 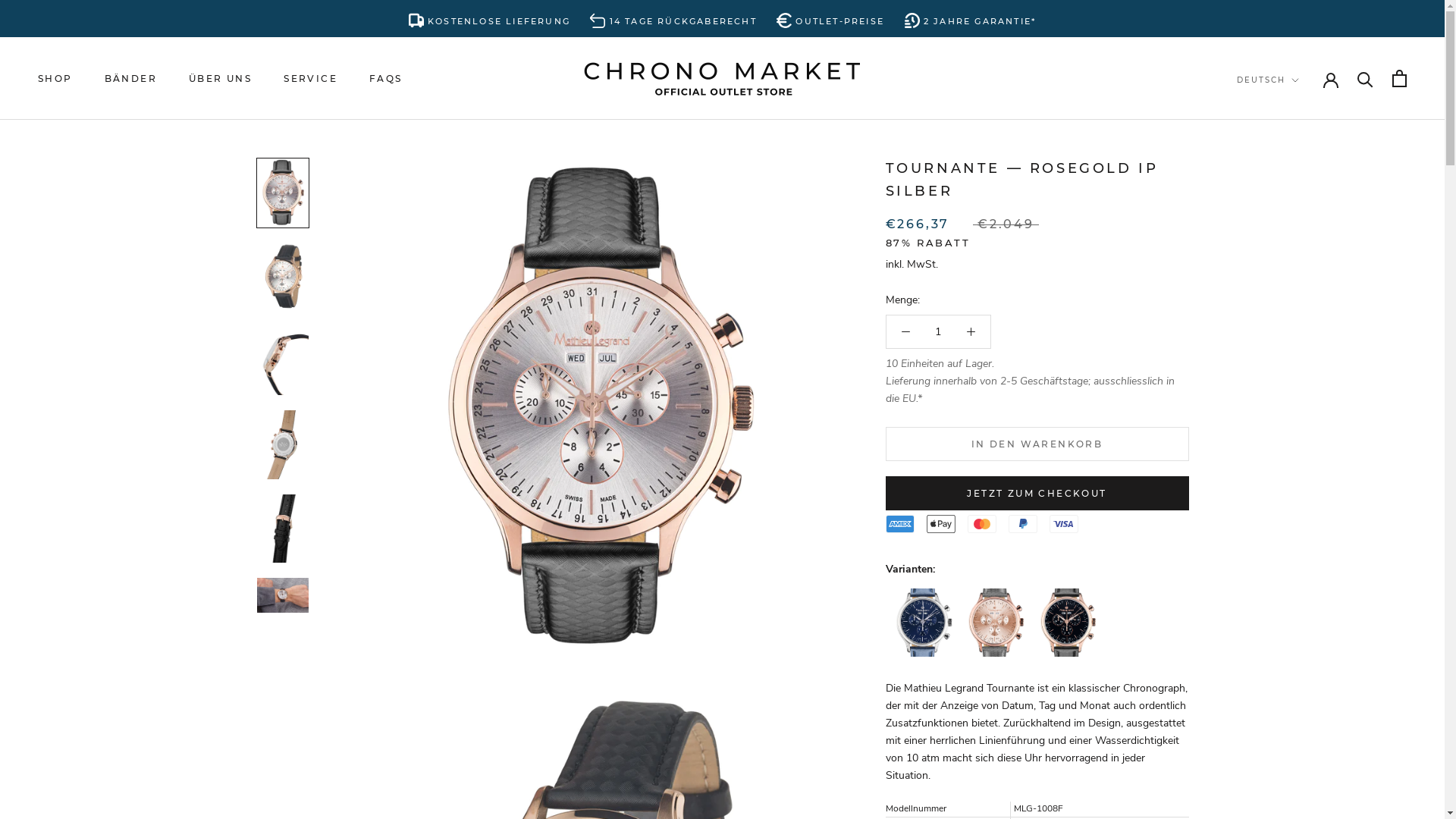 I want to click on '2 JAHRE GARANTIE*', so click(x=905, y=18).